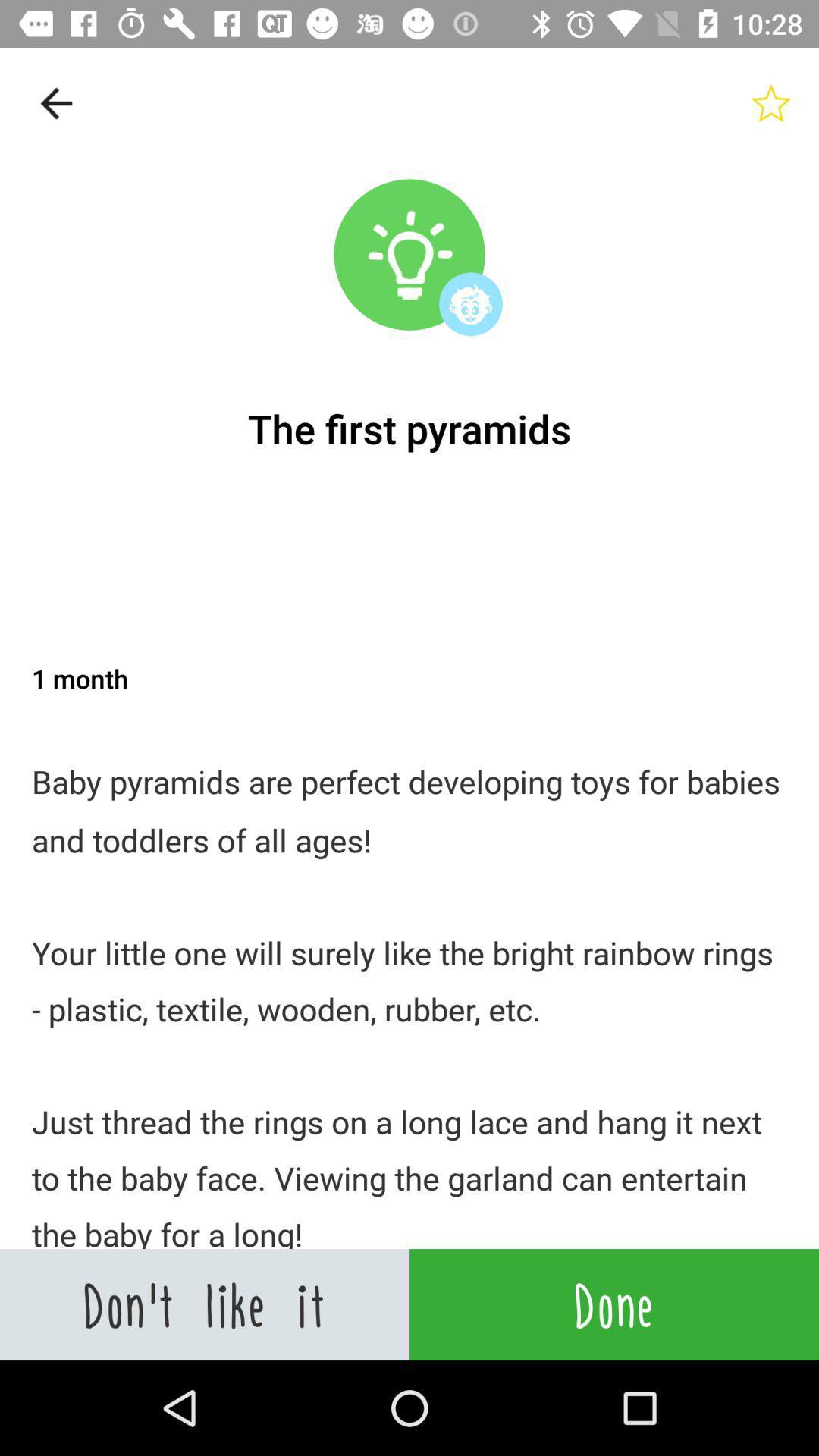 Image resolution: width=819 pixels, height=1456 pixels. Describe the element at coordinates (205, 1304) in the screenshot. I see `don t like` at that location.